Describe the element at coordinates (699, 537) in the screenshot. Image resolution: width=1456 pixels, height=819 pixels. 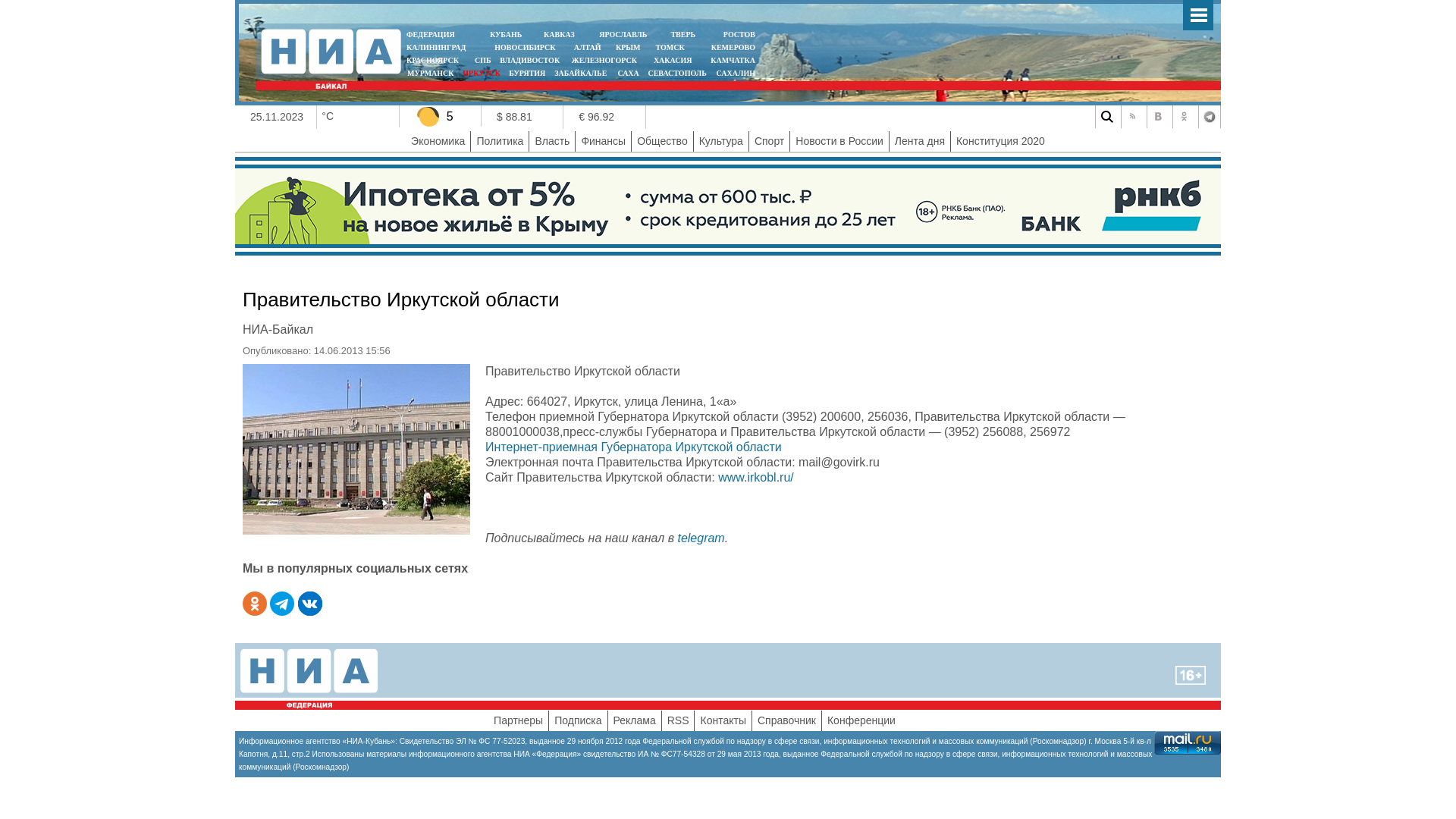
I see `'telegram'` at that location.